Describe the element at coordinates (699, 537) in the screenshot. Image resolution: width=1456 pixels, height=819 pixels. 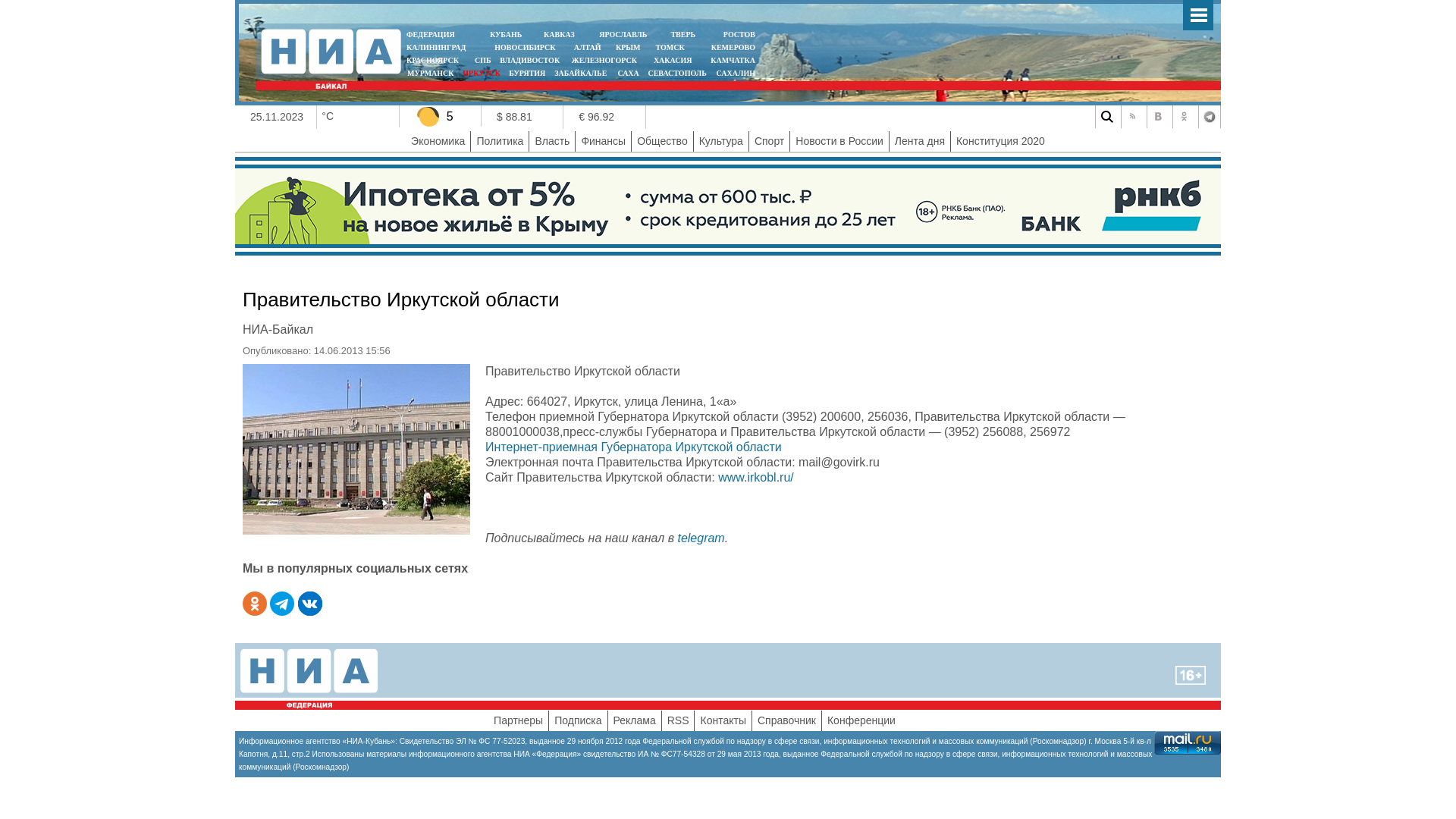
I see `'telegram'` at that location.